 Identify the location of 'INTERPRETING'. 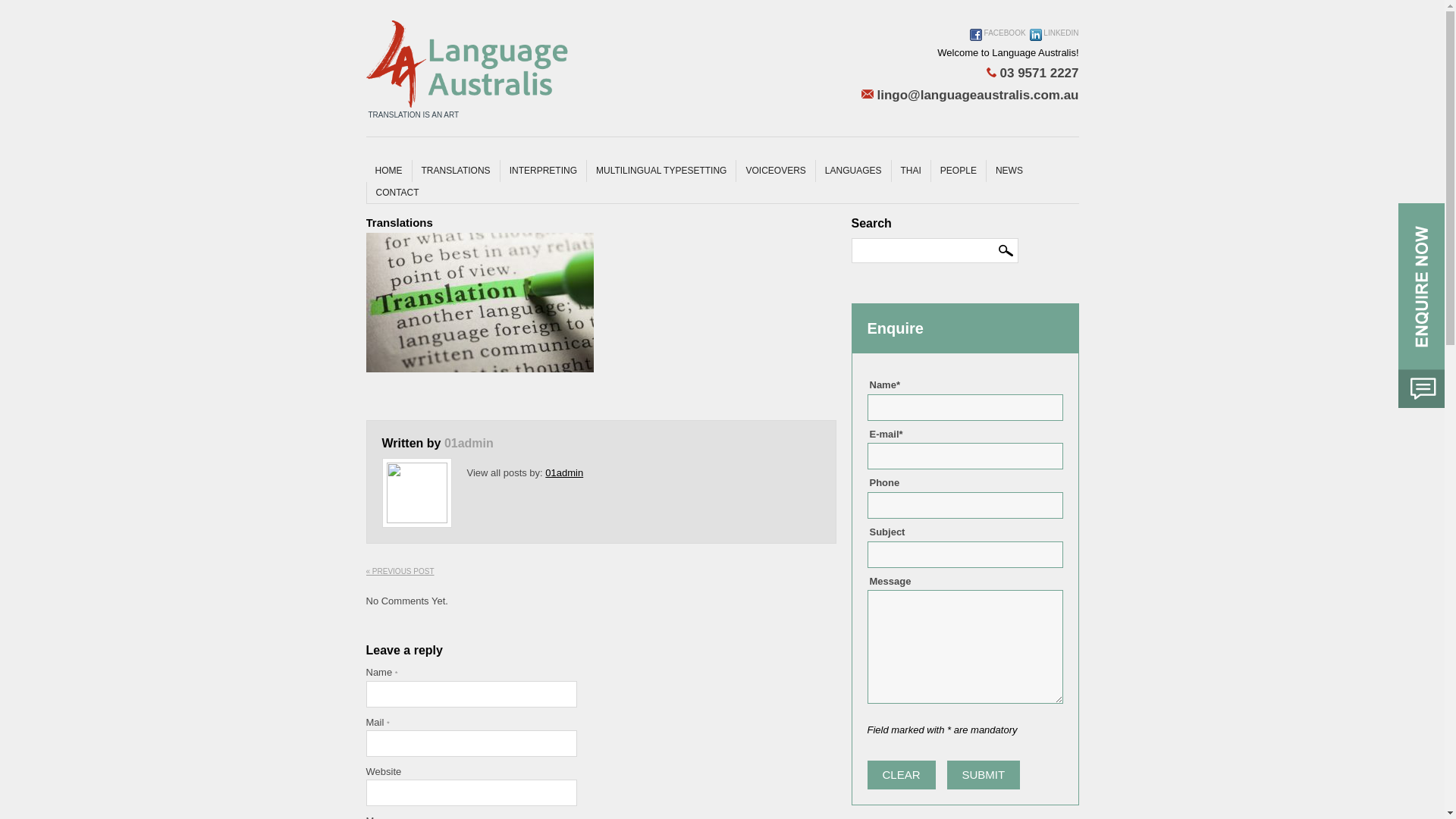
(542, 171).